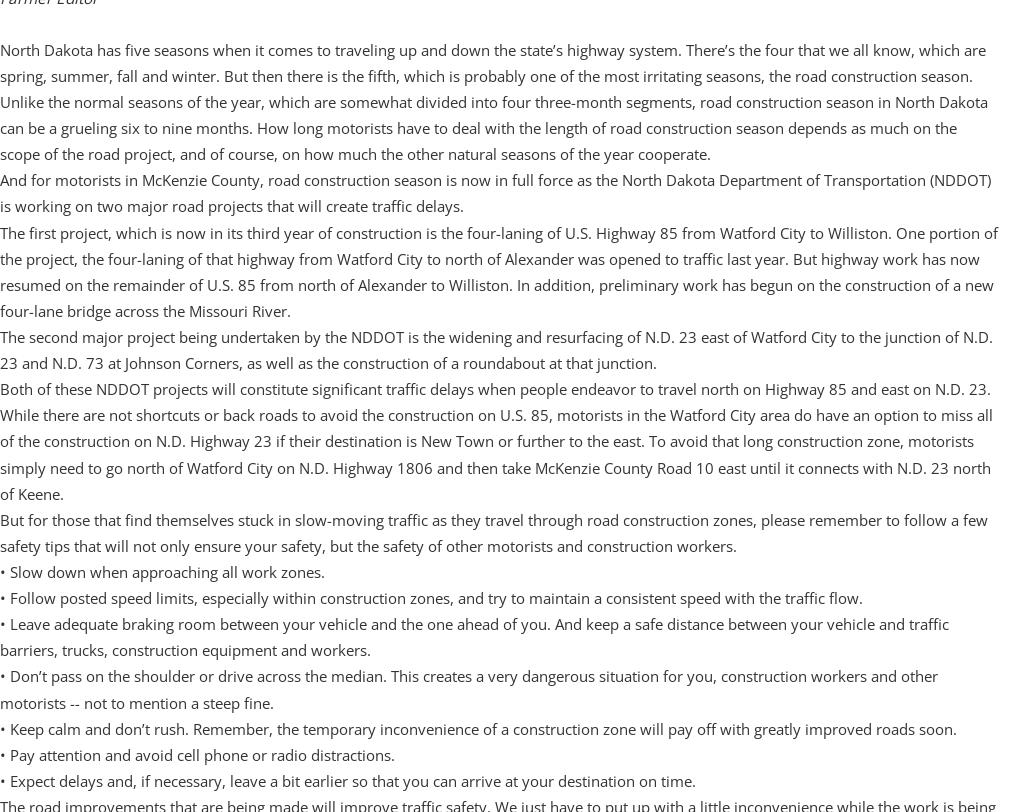 Image resolution: width=1022 pixels, height=812 pixels. Describe the element at coordinates (39, 46) in the screenshot. I see `'Phone:'` at that location.